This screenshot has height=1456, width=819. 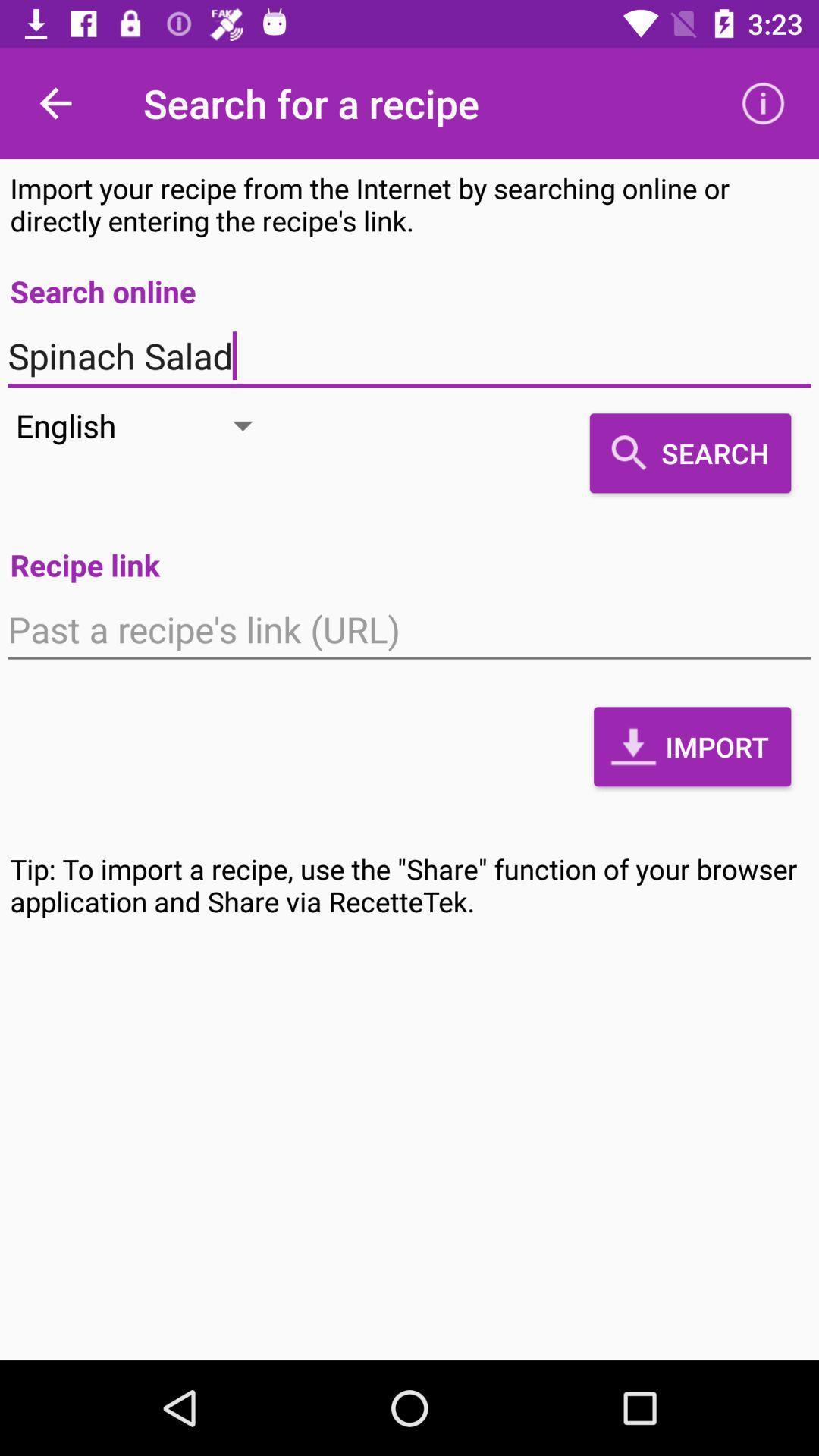 What do you see at coordinates (763, 102) in the screenshot?
I see `item above import your recipe` at bounding box center [763, 102].